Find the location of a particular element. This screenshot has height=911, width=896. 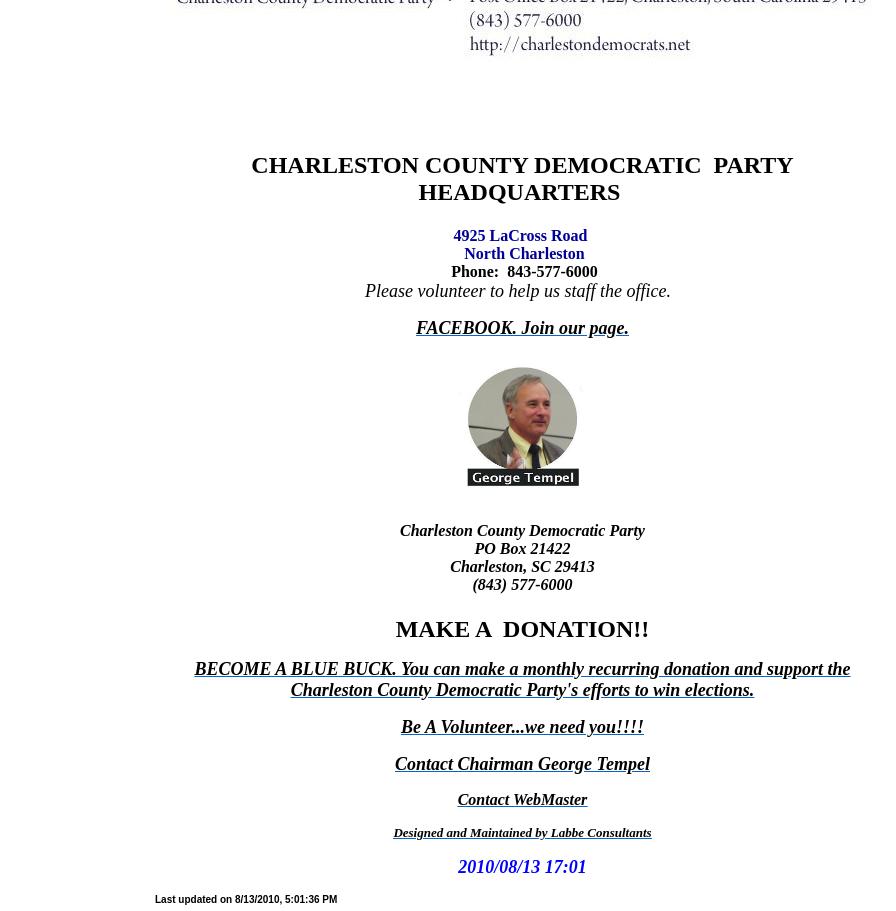

'FACEBOOK. Join our page.' is located at coordinates (522, 326).